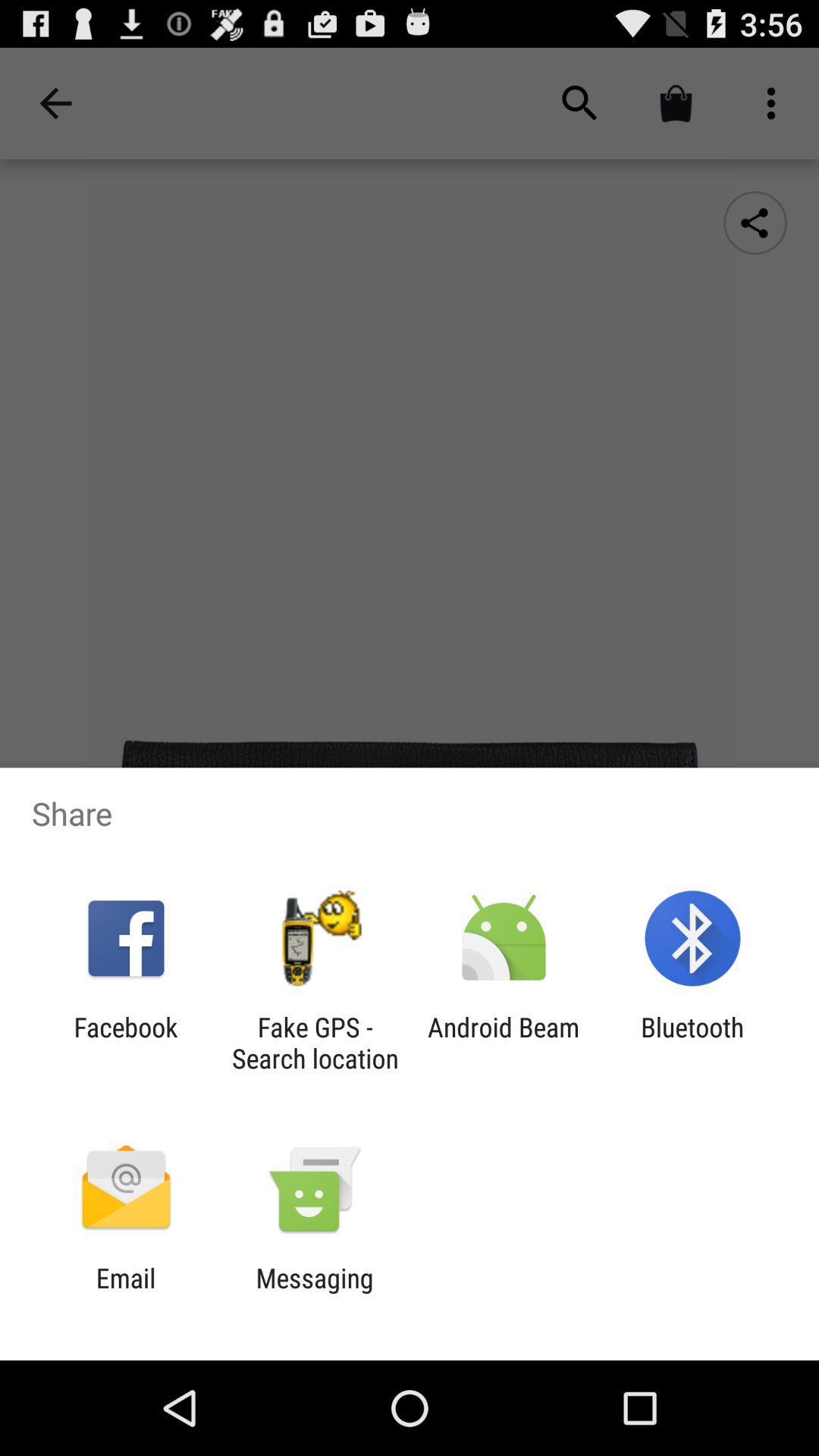 The height and width of the screenshot is (1456, 819). Describe the element at coordinates (314, 1042) in the screenshot. I see `icon to the right of facebook icon` at that location.